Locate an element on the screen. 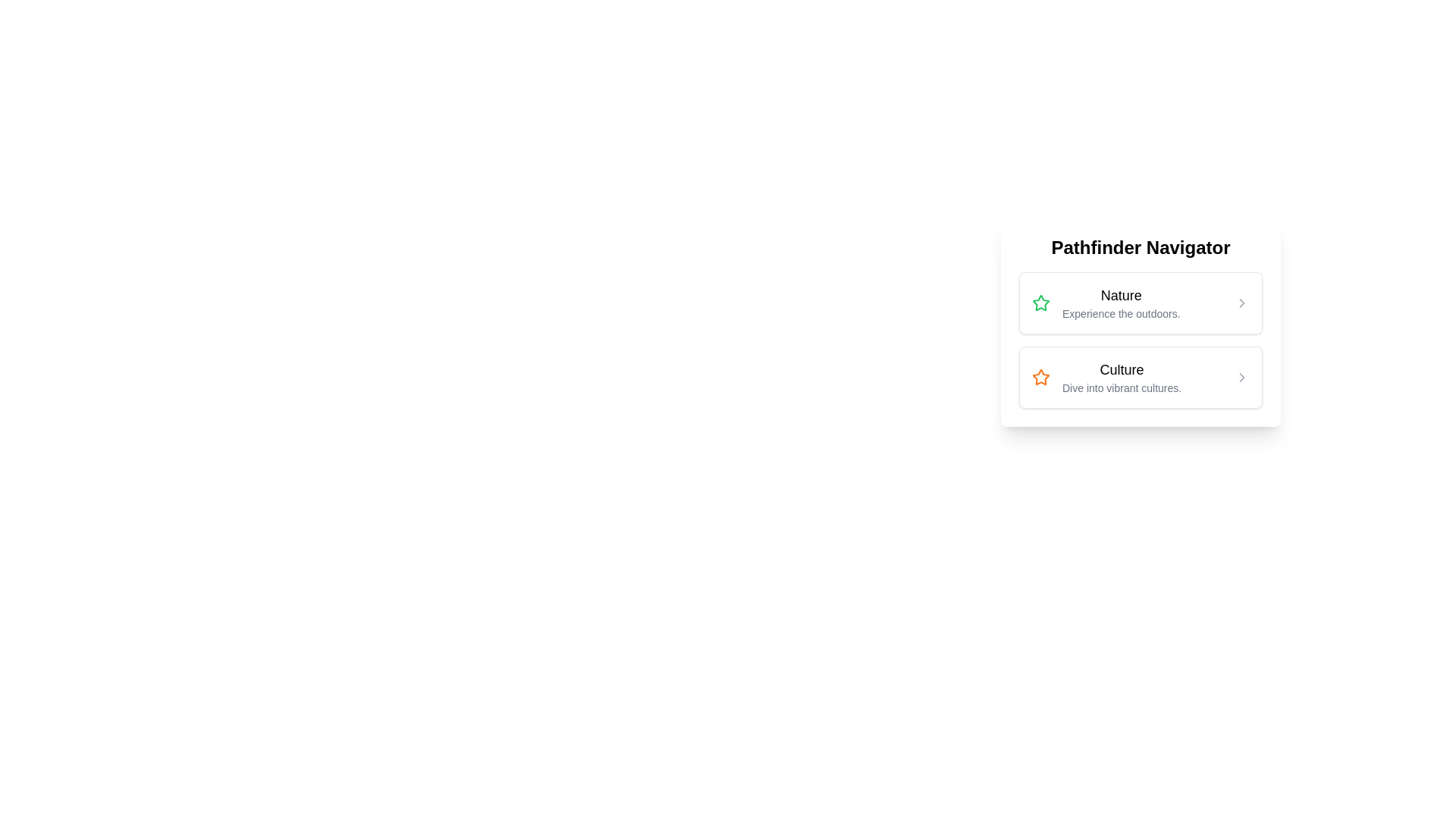 The image size is (1456, 819). the 'Culture' list item with an icon and descriptive text is located at coordinates (1106, 376).